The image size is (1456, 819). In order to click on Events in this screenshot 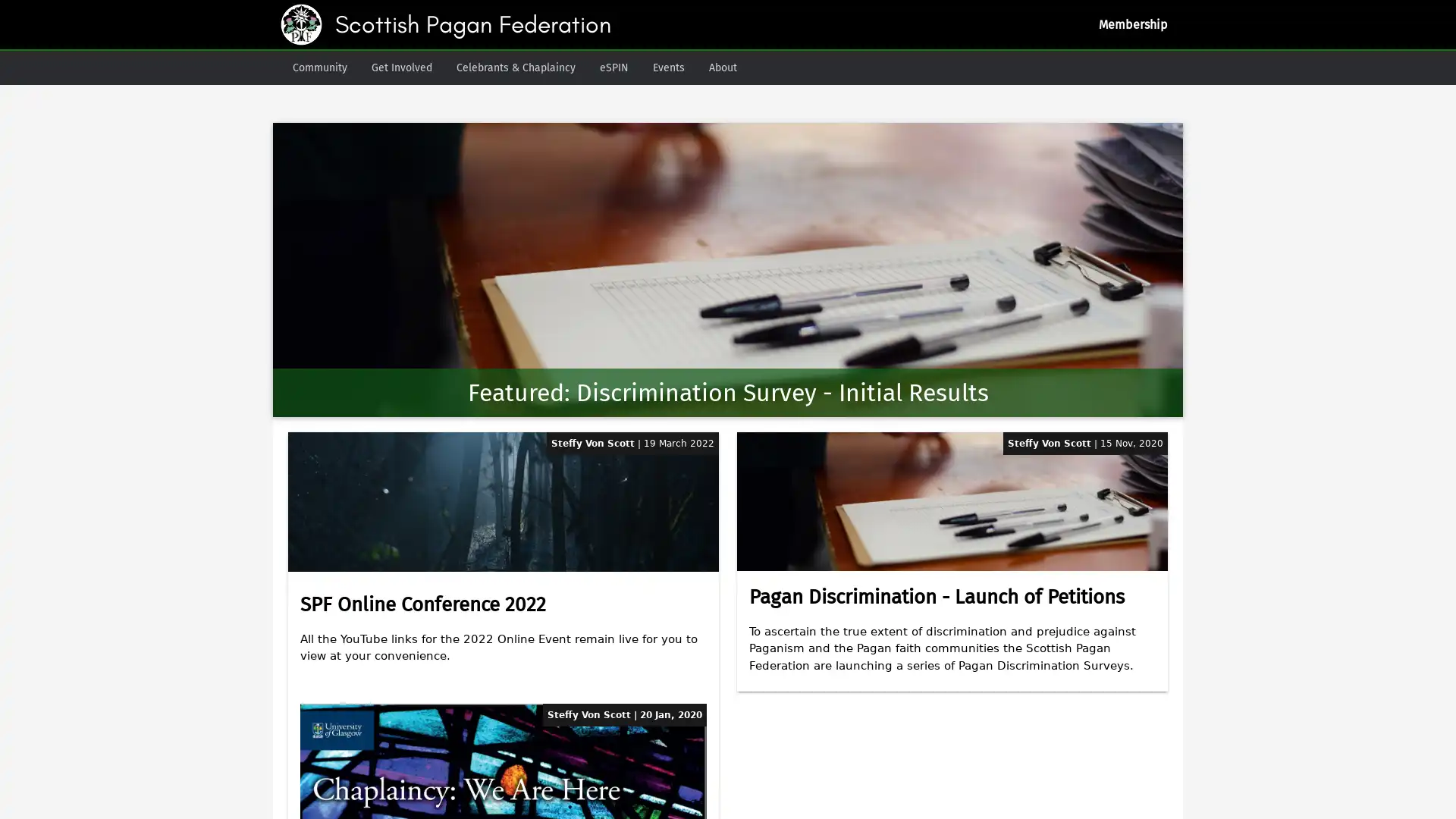, I will do `click(668, 67)`.